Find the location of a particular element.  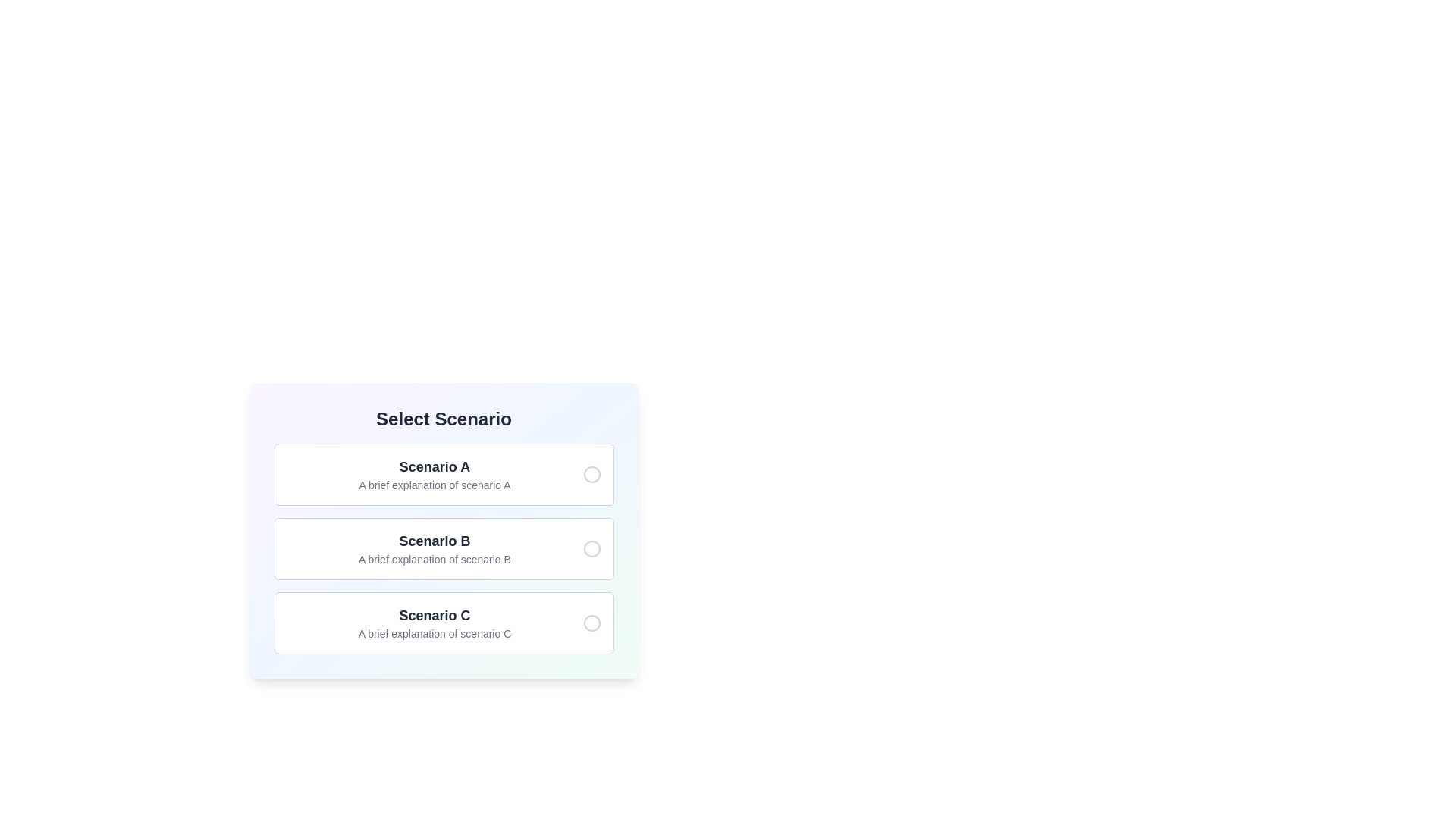

the Text Label providing supporting information for 'Scenario B', located directly below the title of 'Scenario B' is located at coordinates (434, 559).